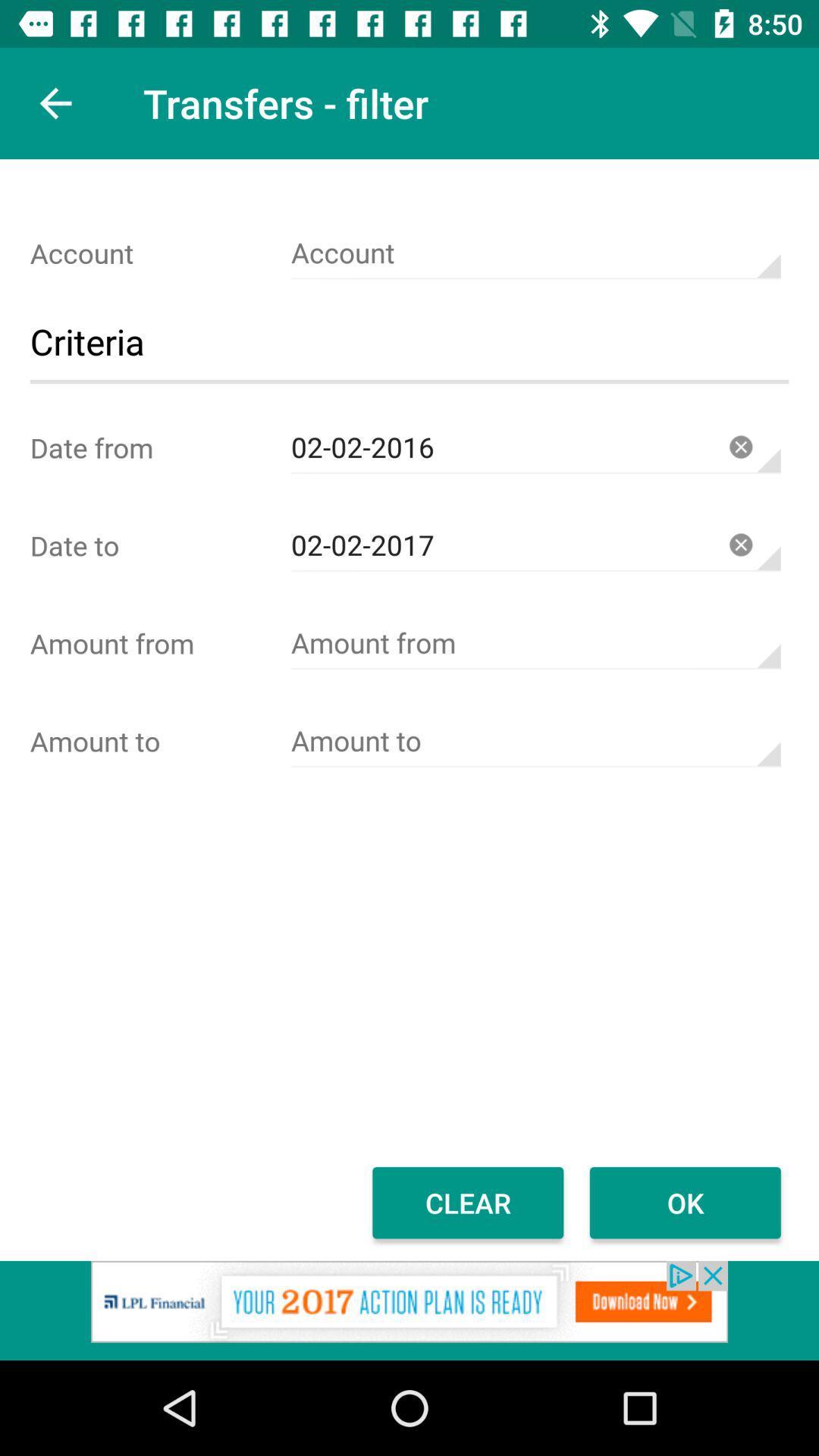 The height and width of the screenshot is (1456, 819). I want to click on enters amount, so click(535, 643).